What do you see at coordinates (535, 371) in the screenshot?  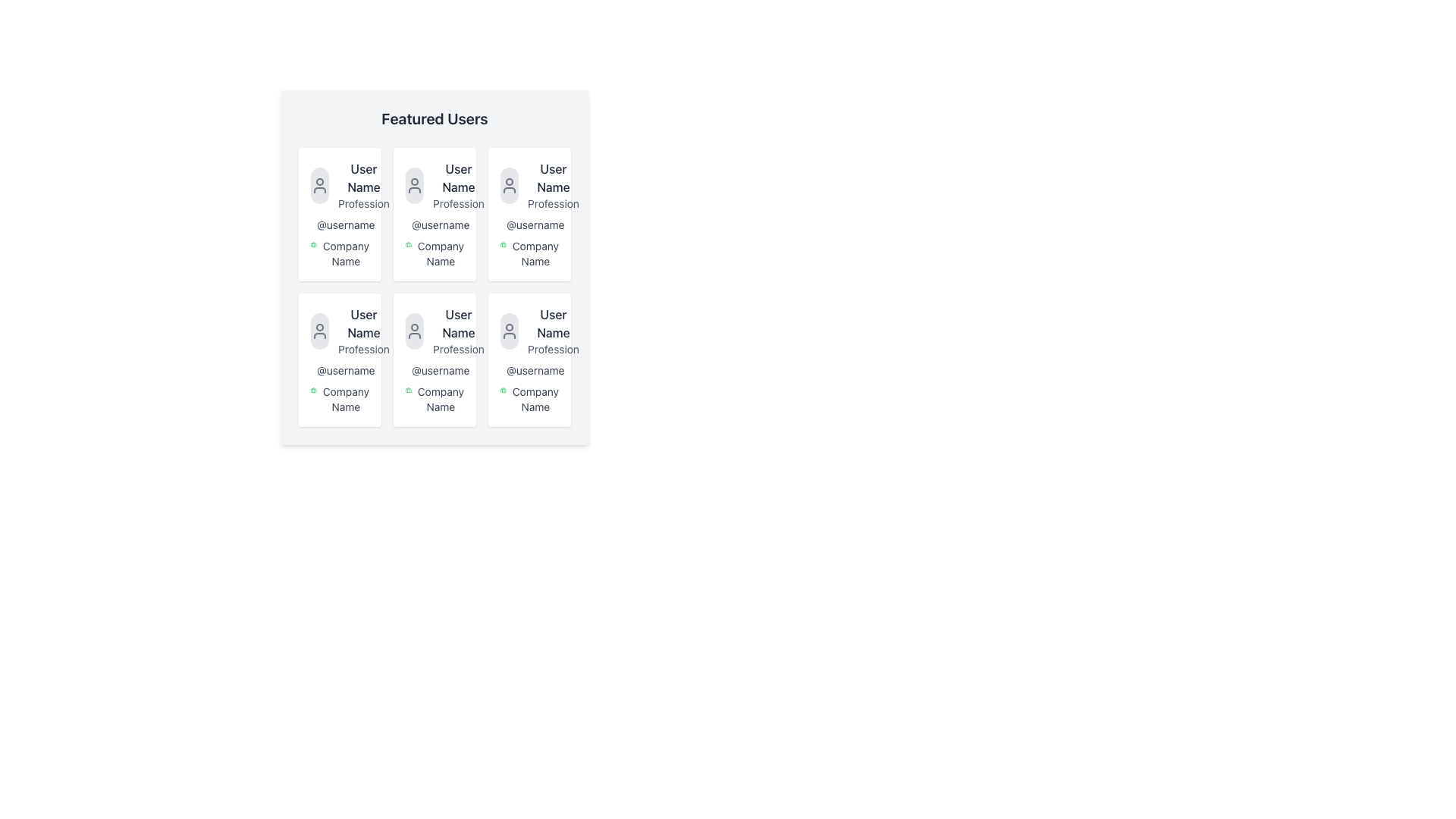 I see `the username display element located in the third card from the left in the bottom row of the grid layout, positioned under the profession title and above the company name` at bounding box center [535, 371].